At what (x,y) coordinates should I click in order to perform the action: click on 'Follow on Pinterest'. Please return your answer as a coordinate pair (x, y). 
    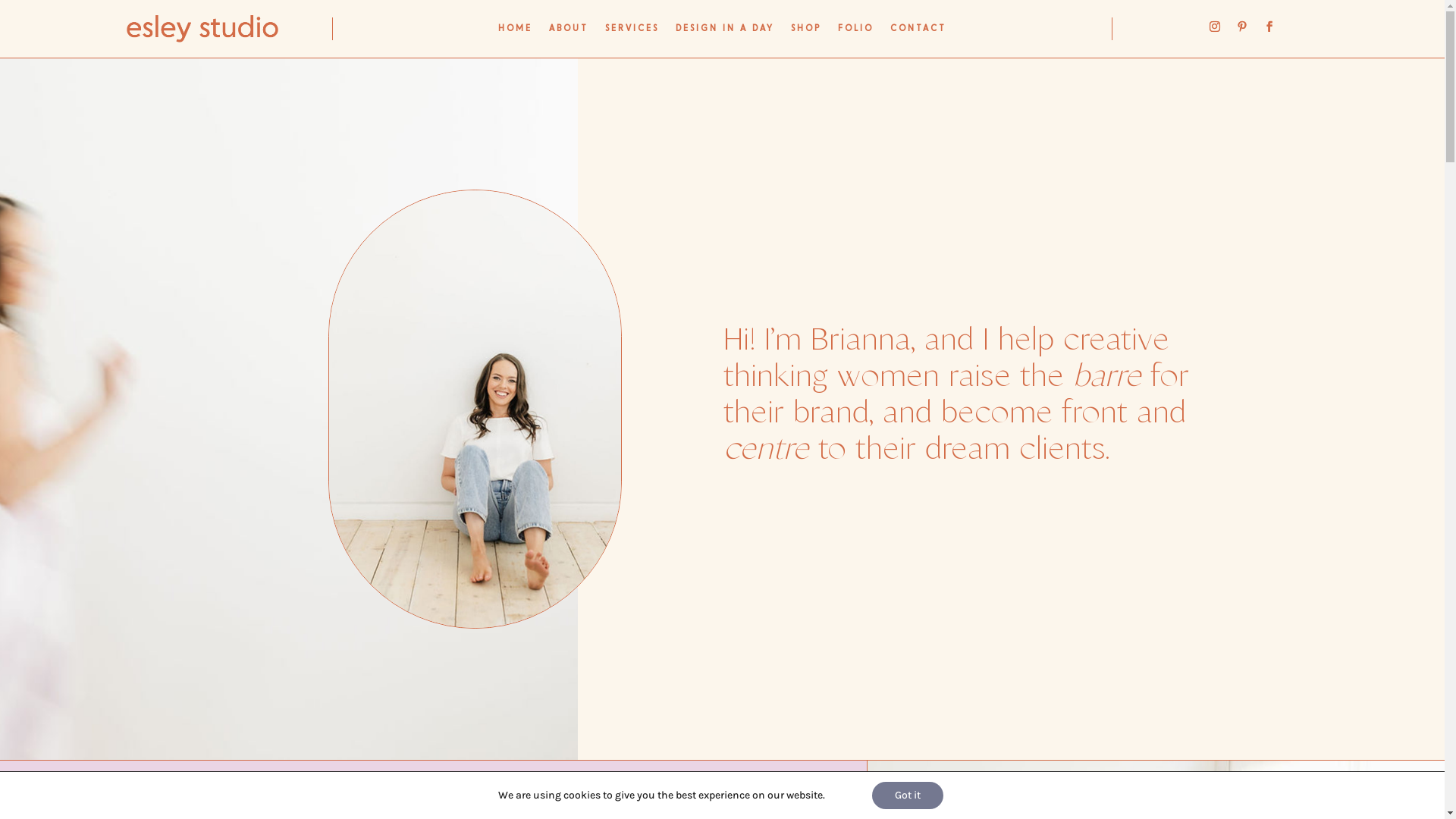
    Looking at the image, I should click on (1241, 26).